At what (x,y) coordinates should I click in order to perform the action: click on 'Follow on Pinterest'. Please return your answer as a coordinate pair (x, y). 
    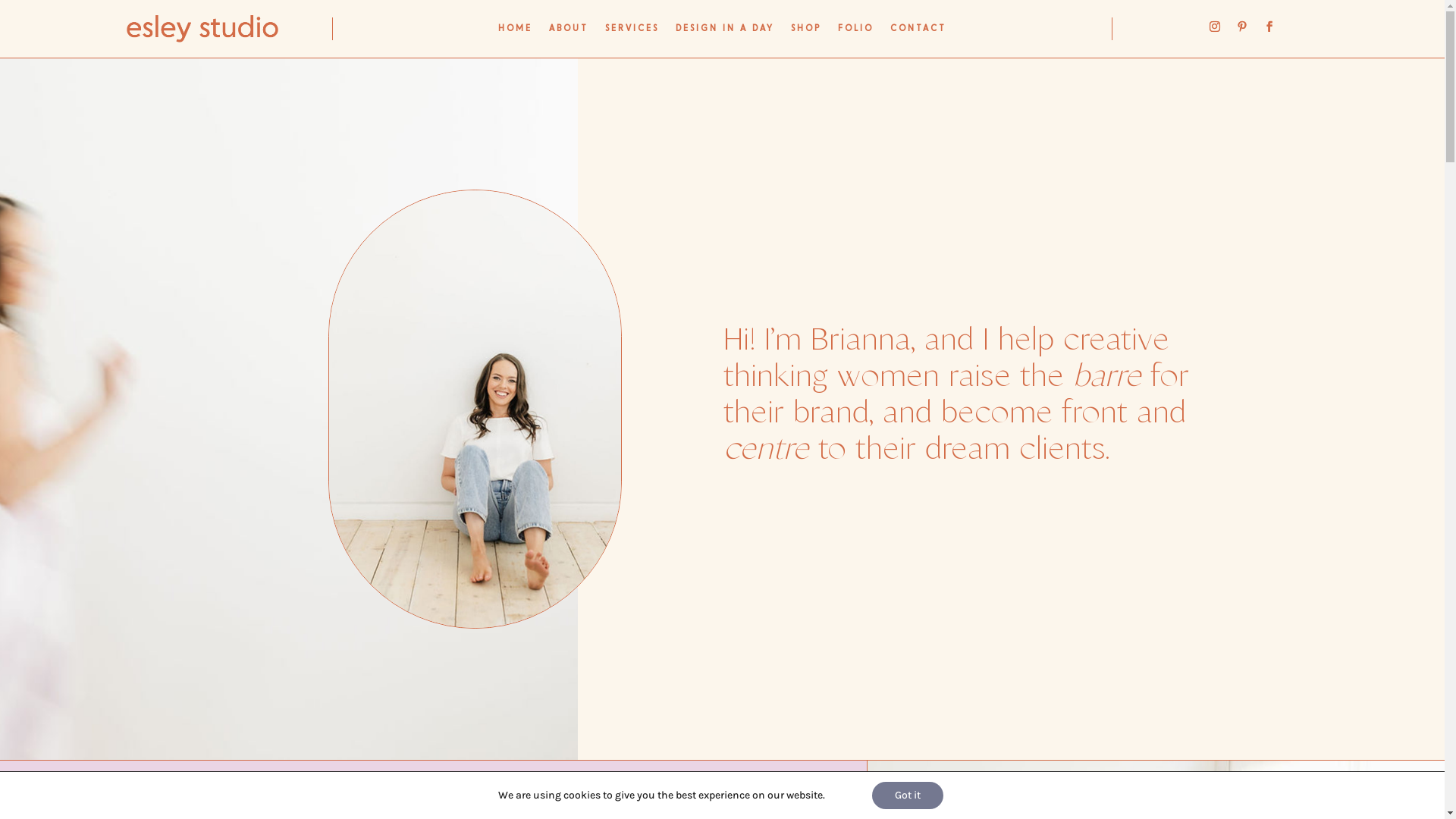
    Looking at the image, I should click on (1241, 26).